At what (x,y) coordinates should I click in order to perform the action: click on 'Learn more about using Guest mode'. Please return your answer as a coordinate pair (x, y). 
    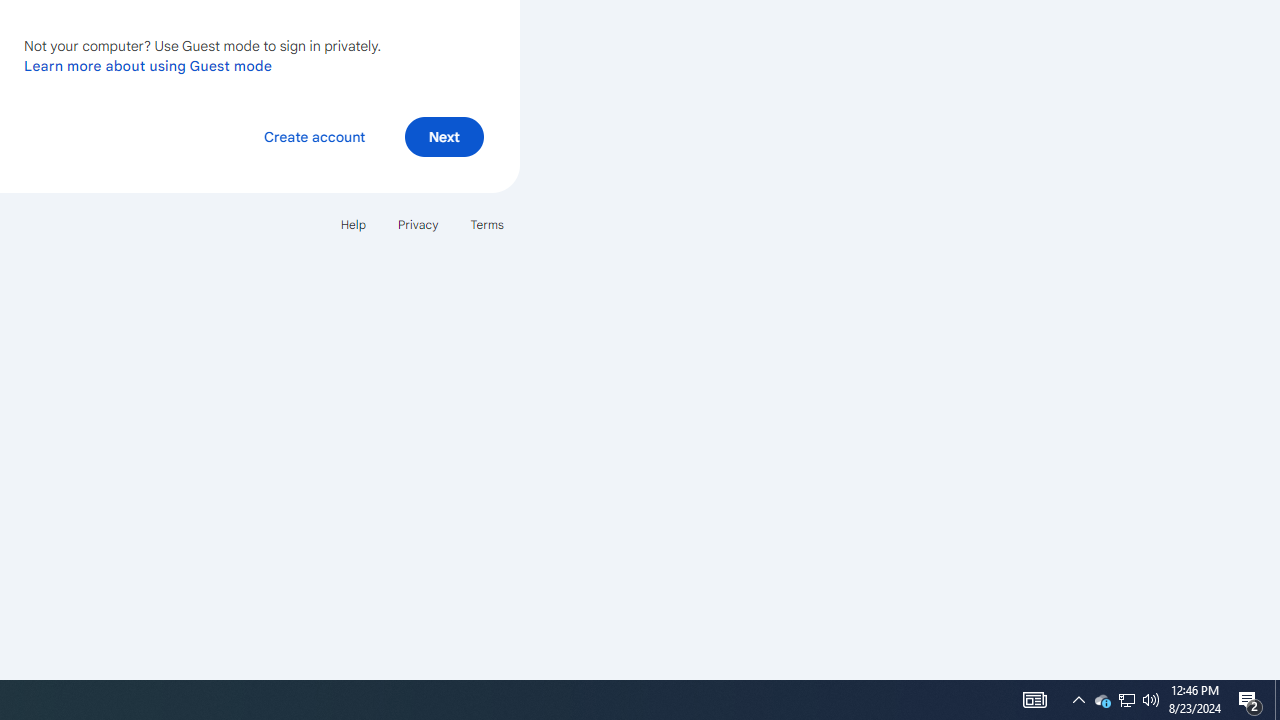
    Looking at the image, I should click on (147, 64).